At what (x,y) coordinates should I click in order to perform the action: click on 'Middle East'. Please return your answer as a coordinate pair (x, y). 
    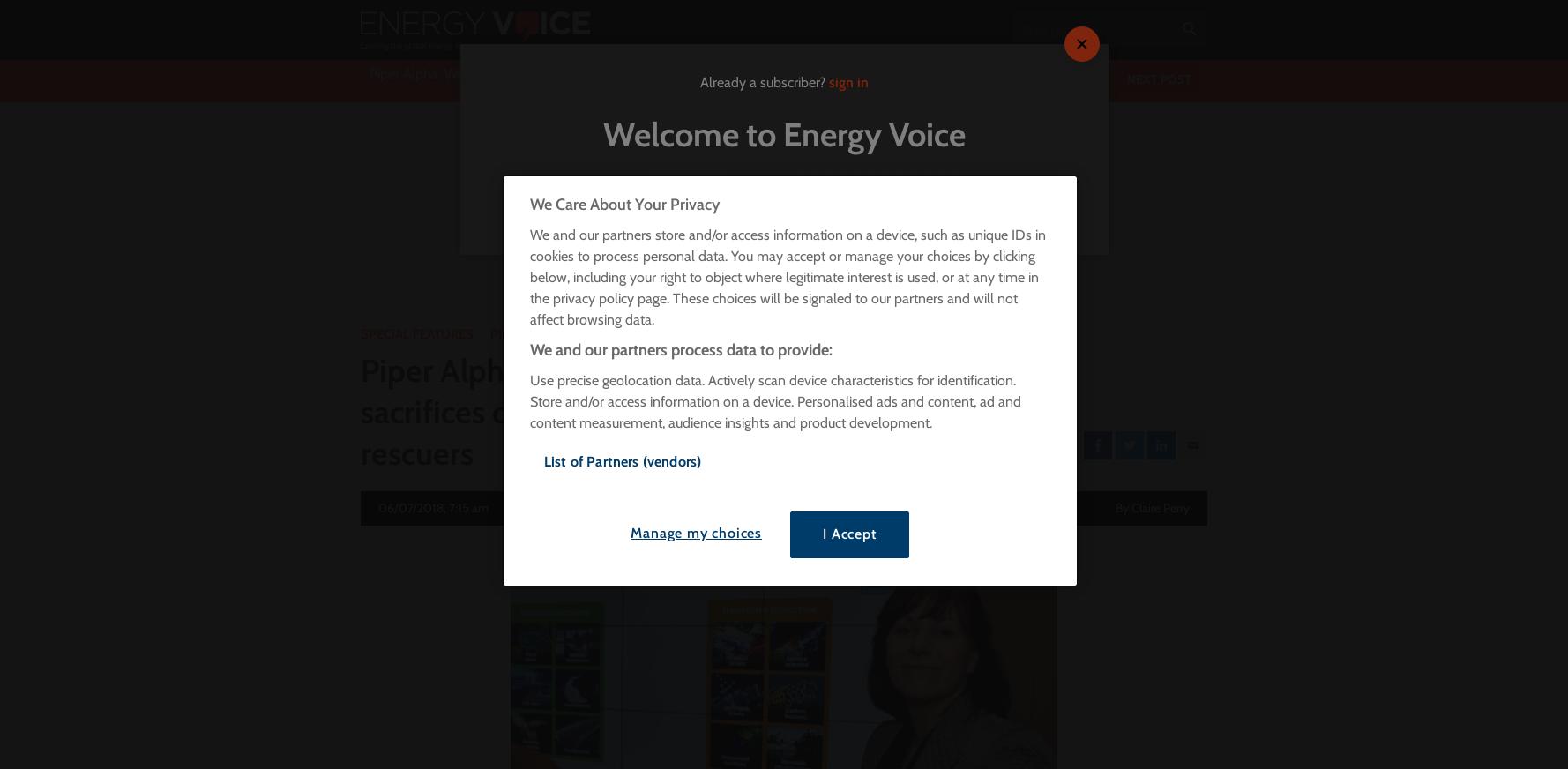
    Looking at the image, I should click on (686, 204).